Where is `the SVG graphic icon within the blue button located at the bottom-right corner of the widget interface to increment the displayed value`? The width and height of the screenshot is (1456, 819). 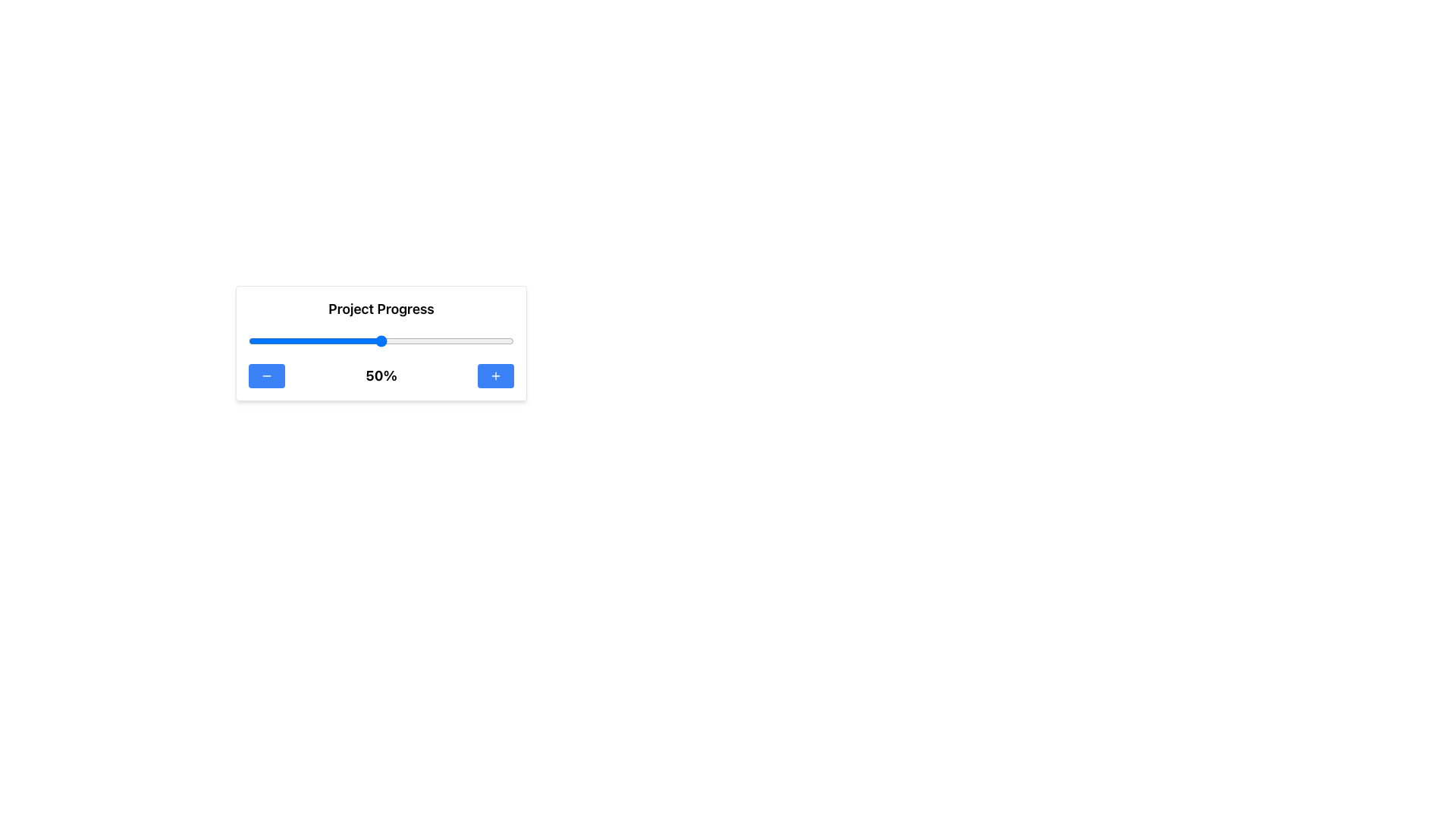 the SVG graphic icon within the blue button located at the bottom-right corner of the widget interface to increment the displayed value is located at coordinates (495, 375).